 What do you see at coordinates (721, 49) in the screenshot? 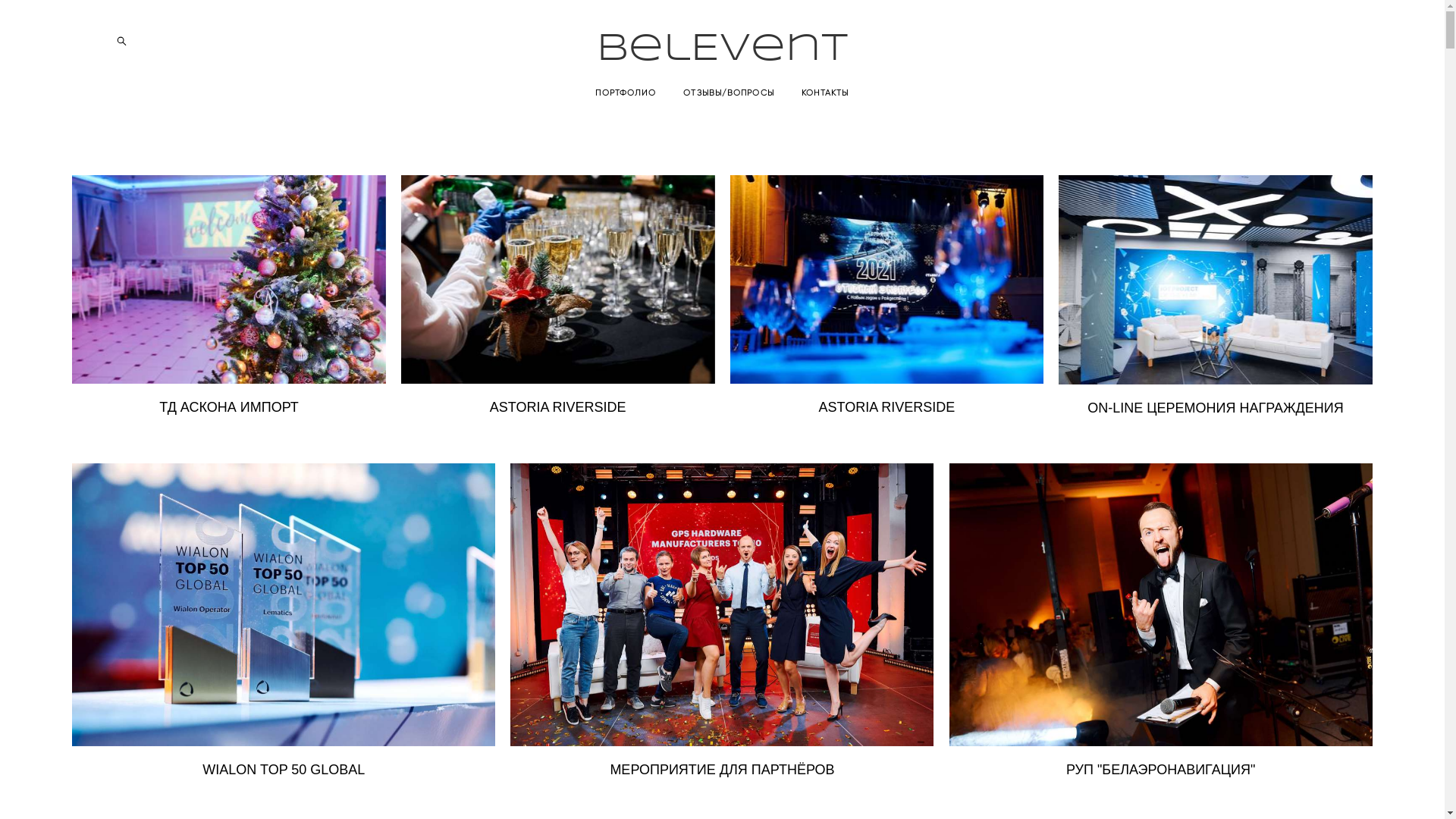
I see `'BelEvent'` at bounding box center [721, 49].